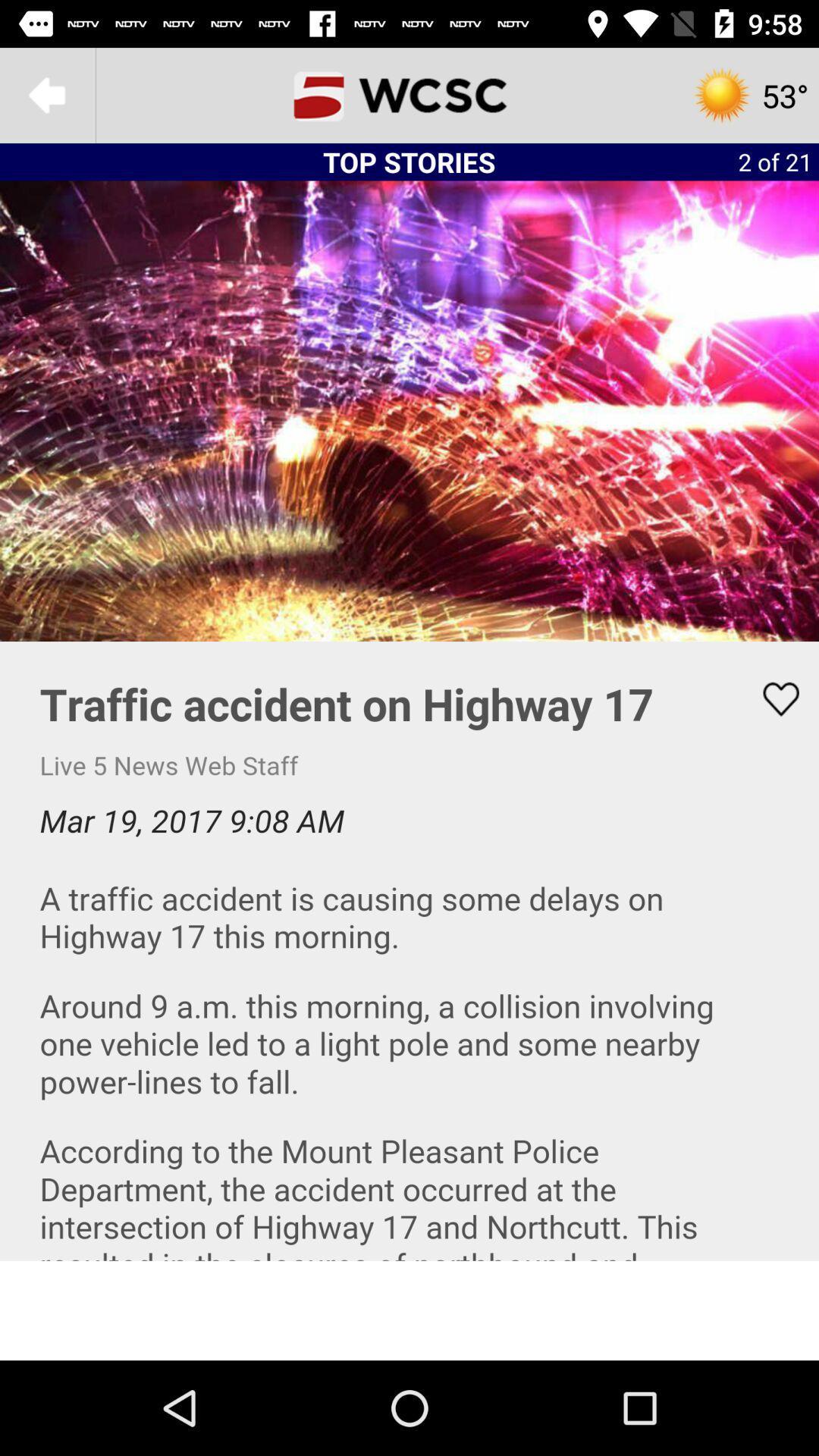 The image size is (819, 1456). What do you see at coordinates (409, 94) in the screenshot?
I see `homepage` at bounding box center [409, 94].